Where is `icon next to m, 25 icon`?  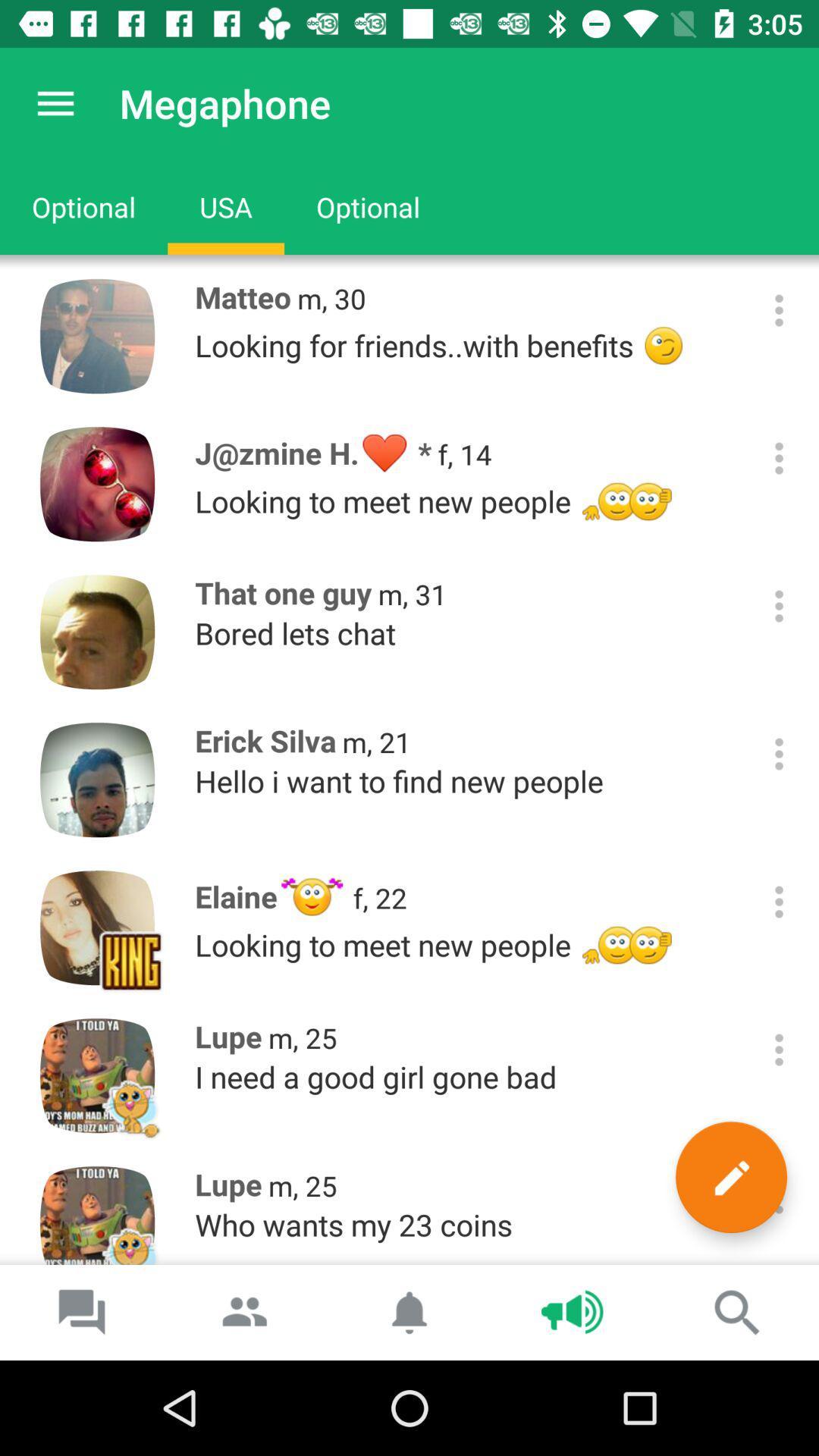 icon next to m, 25 icon is located at coordinates (730, 1176).